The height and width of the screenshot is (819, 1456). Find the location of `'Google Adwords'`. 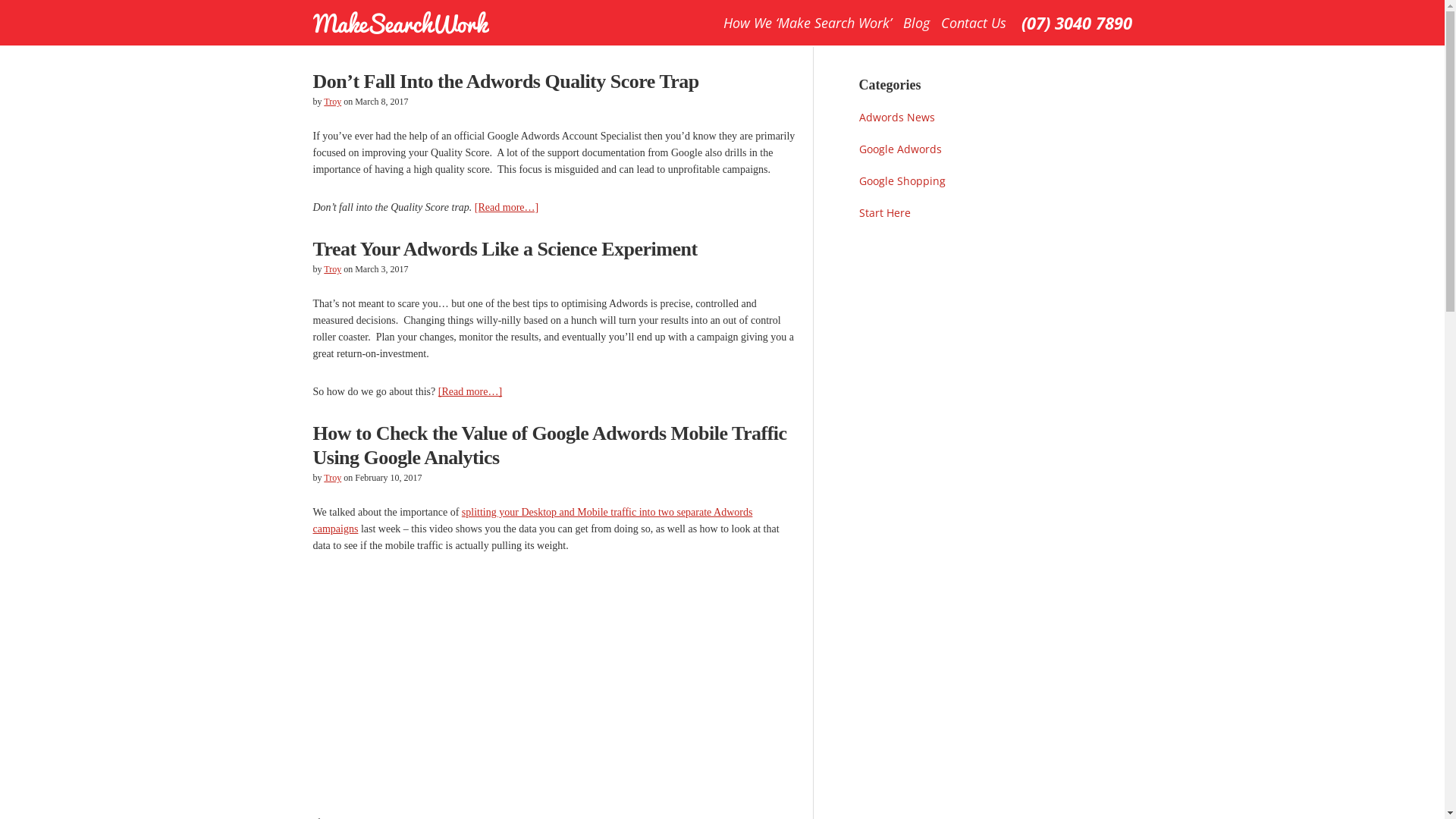

'Google Adwords' is located at coordinates (899, 149).